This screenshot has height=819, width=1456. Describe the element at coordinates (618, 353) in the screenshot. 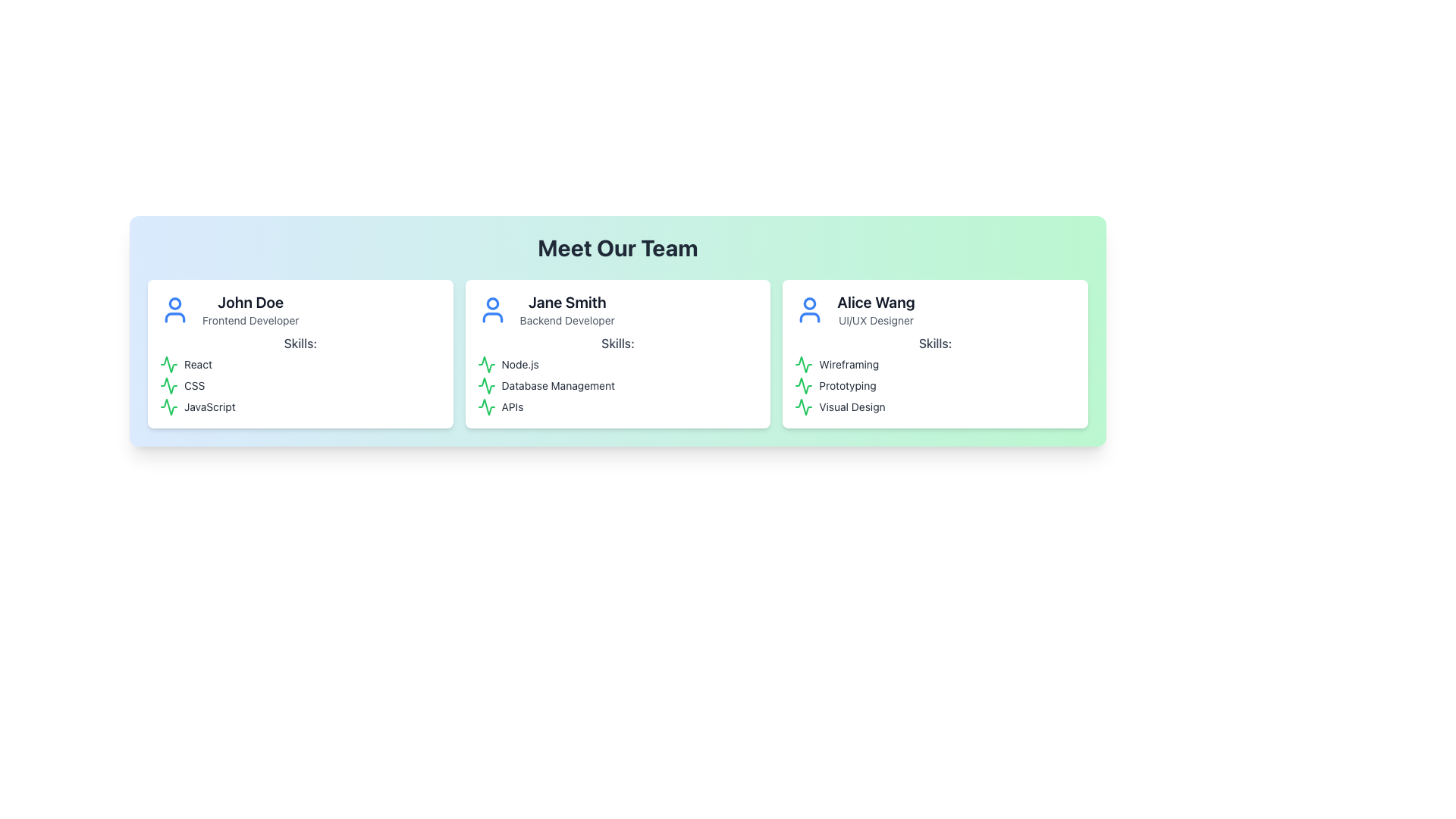

I see `the Informational Card displaying 'Jane Smith'` at that location.